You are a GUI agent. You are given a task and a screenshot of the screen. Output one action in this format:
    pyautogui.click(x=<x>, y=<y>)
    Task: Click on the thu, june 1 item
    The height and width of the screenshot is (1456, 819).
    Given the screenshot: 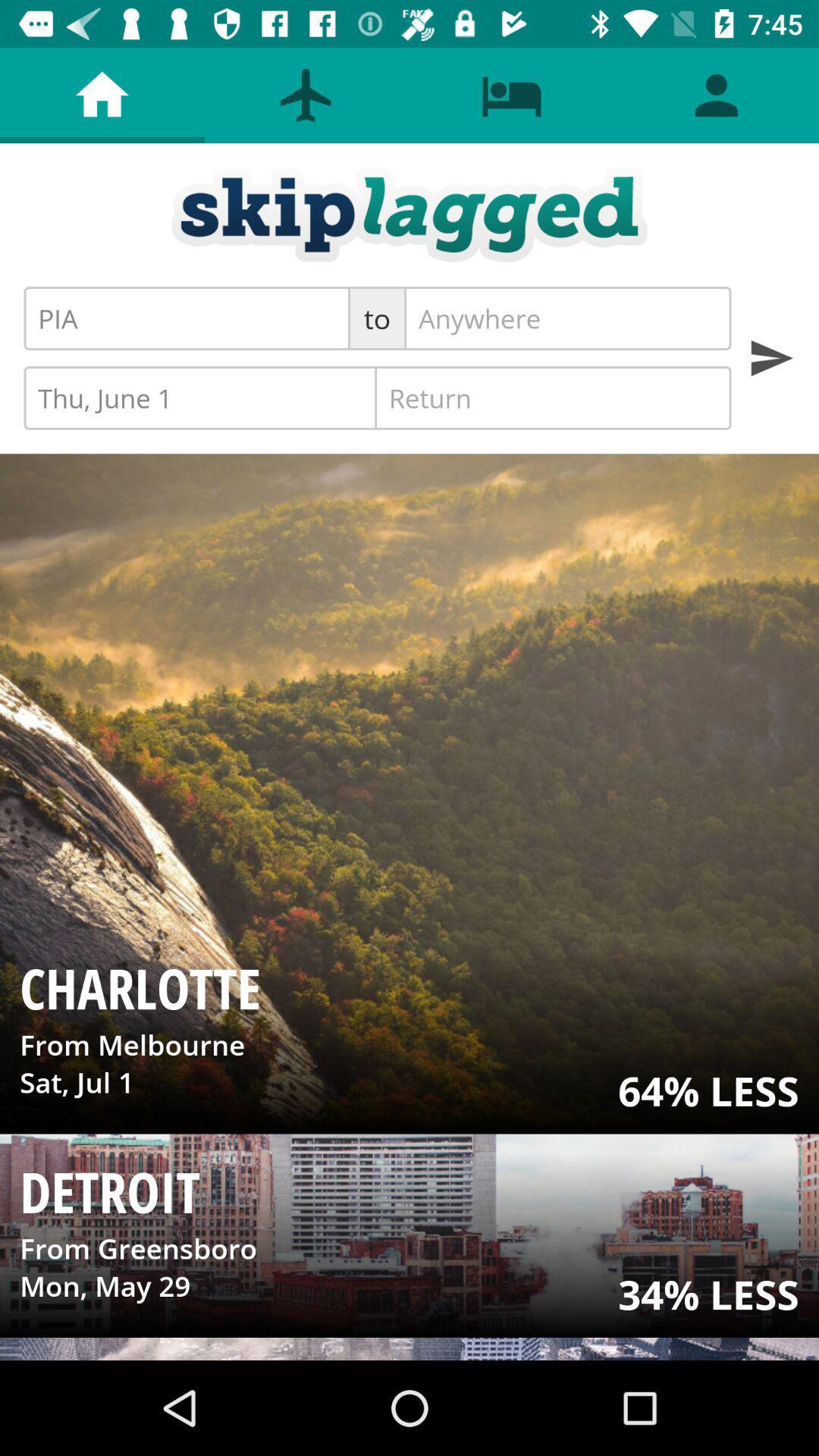 What is the action you would take?
    pyautogui.click(x=201, y=397)
    